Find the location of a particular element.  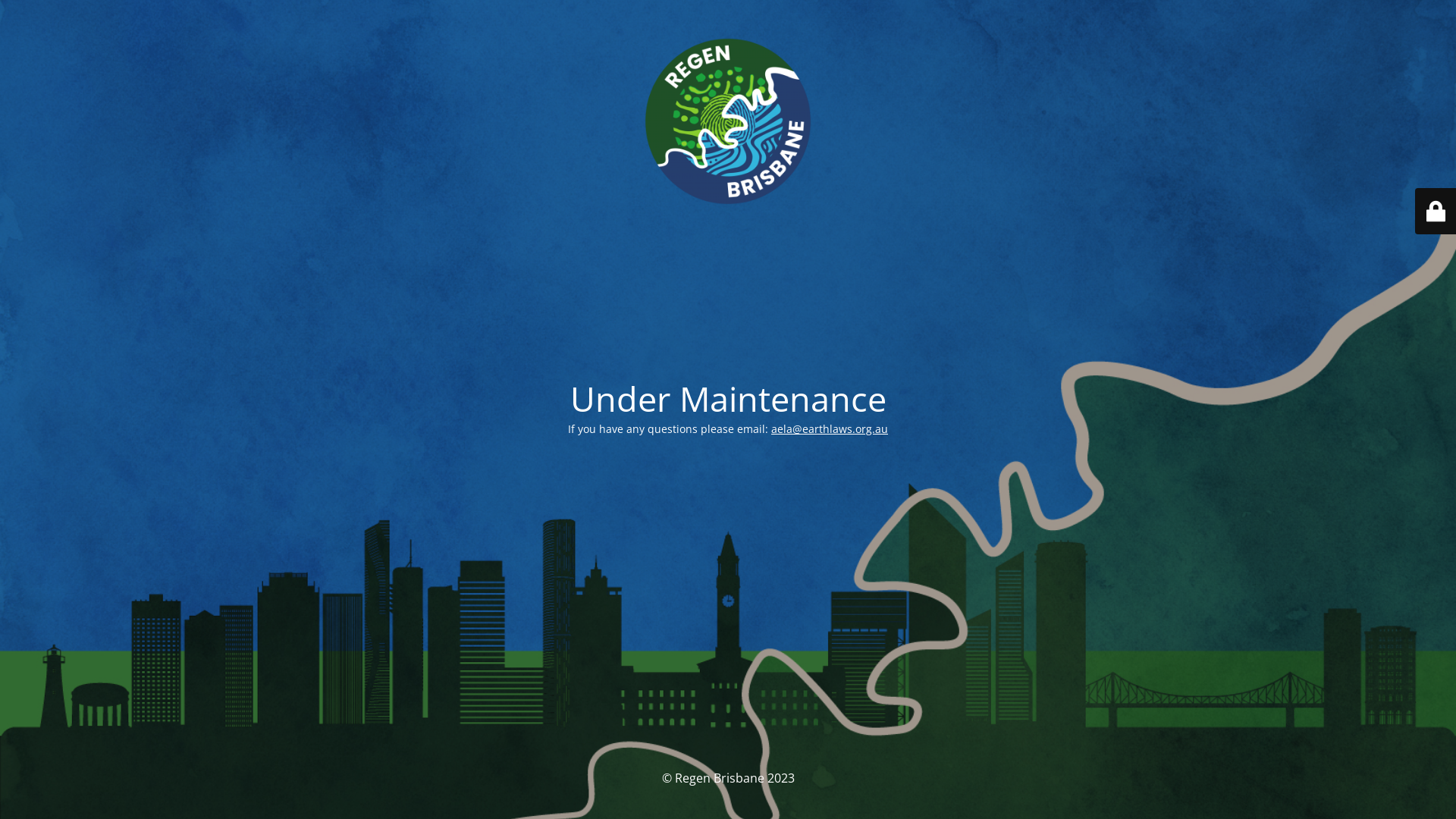

'aela@earthlaws.org.au' is located at coordinates (771, 428).